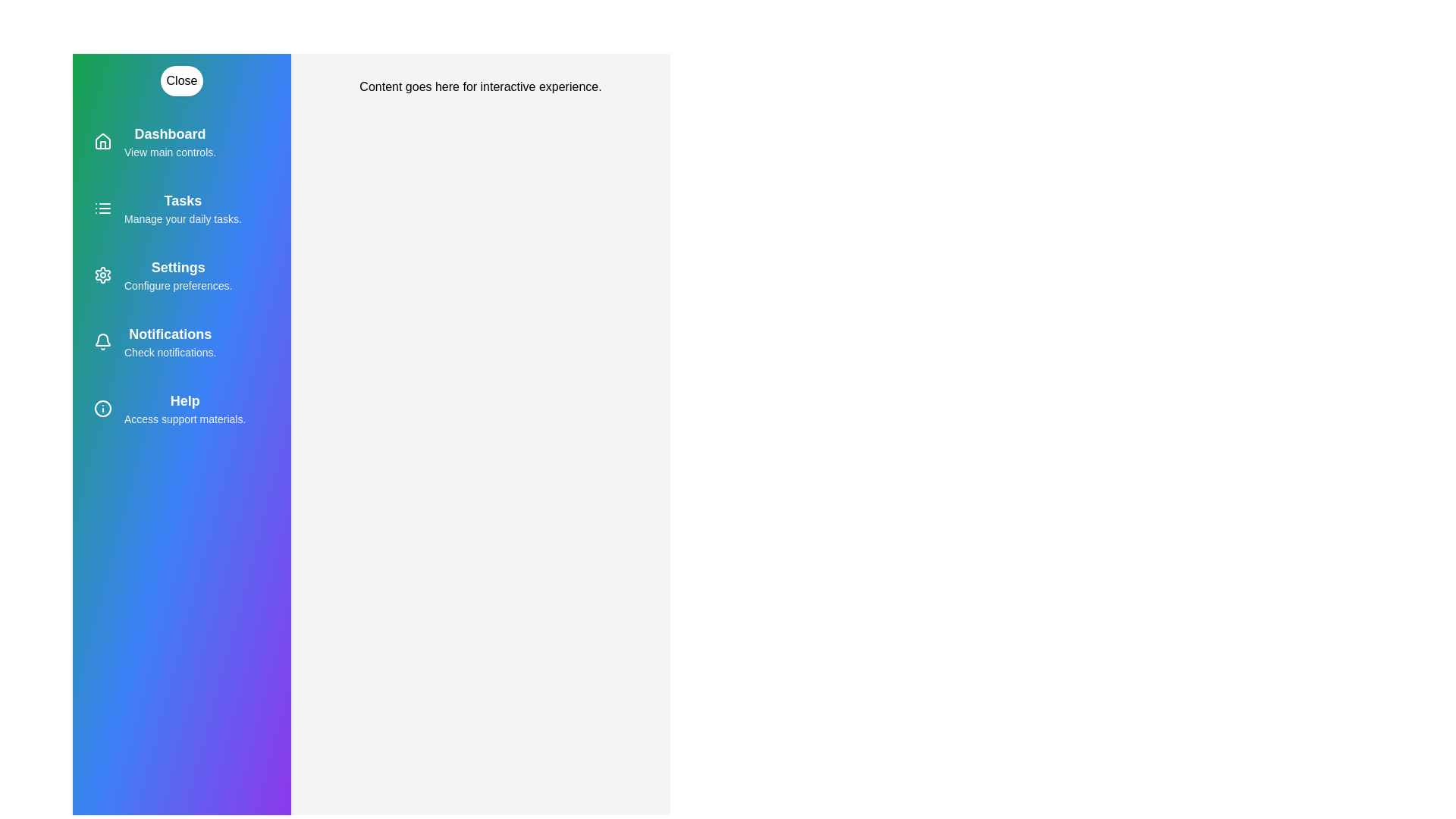  Describe the element at coordinates (479, 462) in the screenshot. I see `the main content area to read its text` at that location.